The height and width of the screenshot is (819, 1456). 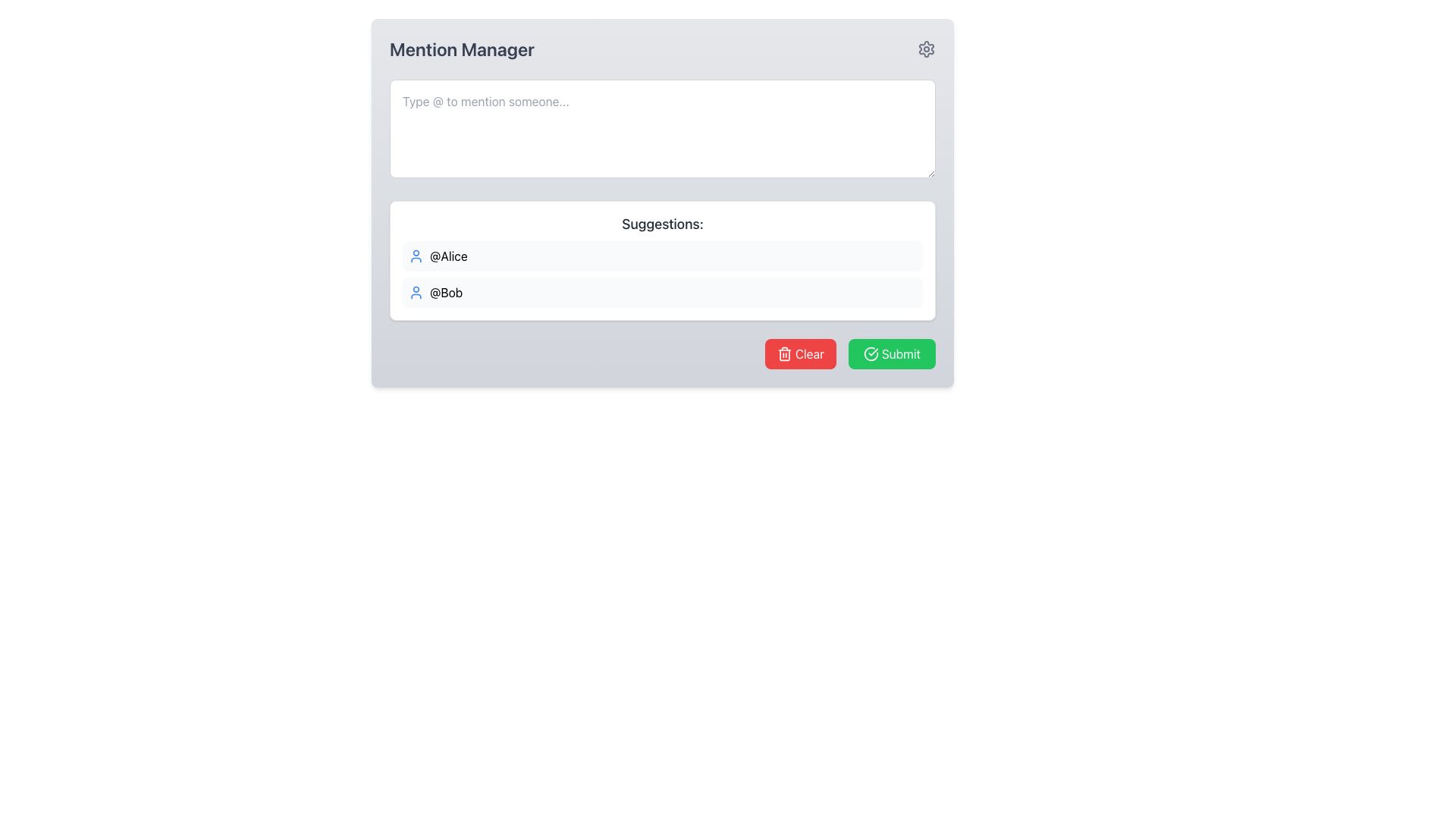 What do you see at coordinates (662, 256) in the screenshot?
I see `the first selectable option item in the 'Suggestions' section` at bounding box center [662, 256].